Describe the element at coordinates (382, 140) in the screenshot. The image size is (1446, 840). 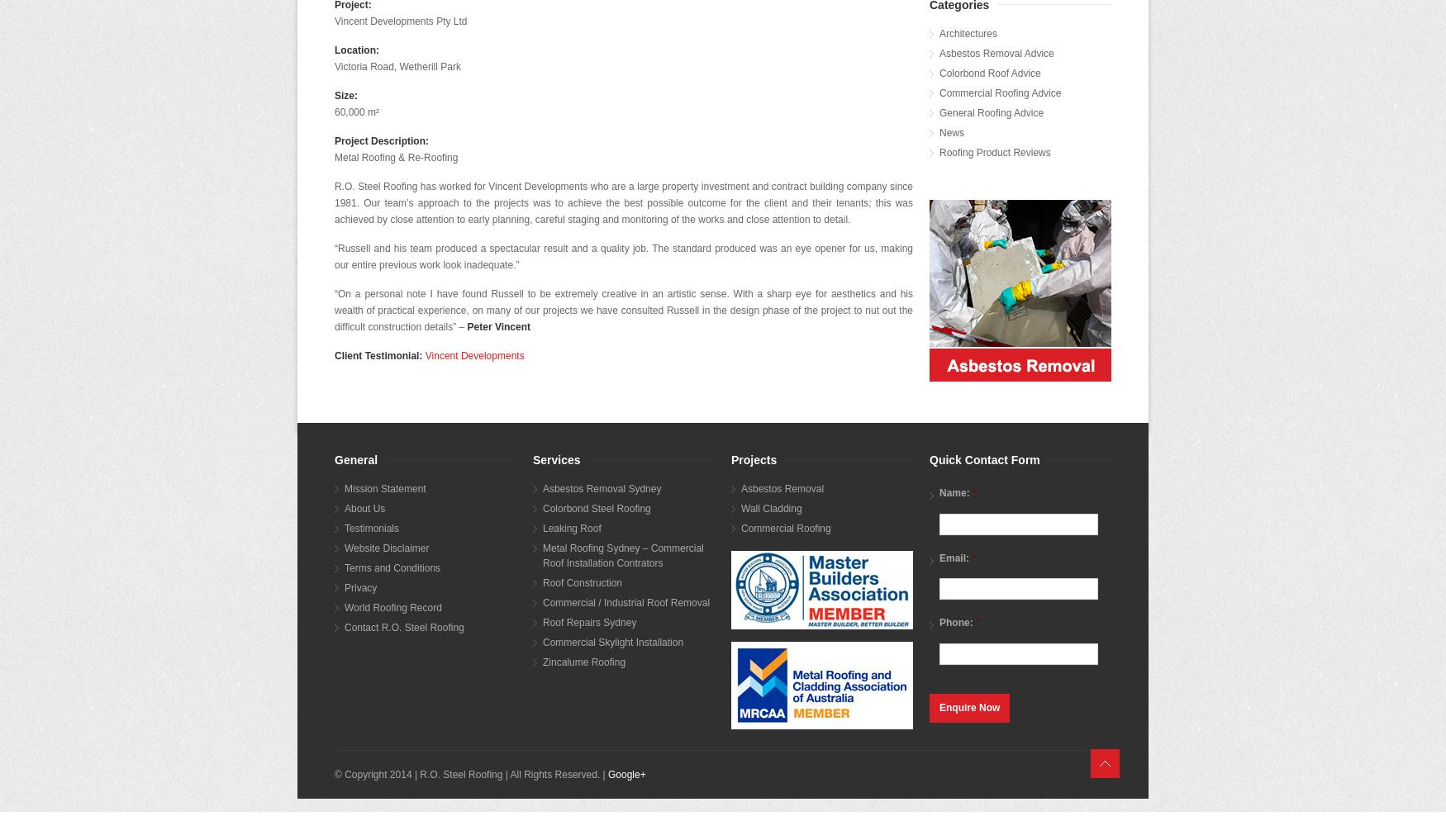
I see `'Project Description:'` at that location.